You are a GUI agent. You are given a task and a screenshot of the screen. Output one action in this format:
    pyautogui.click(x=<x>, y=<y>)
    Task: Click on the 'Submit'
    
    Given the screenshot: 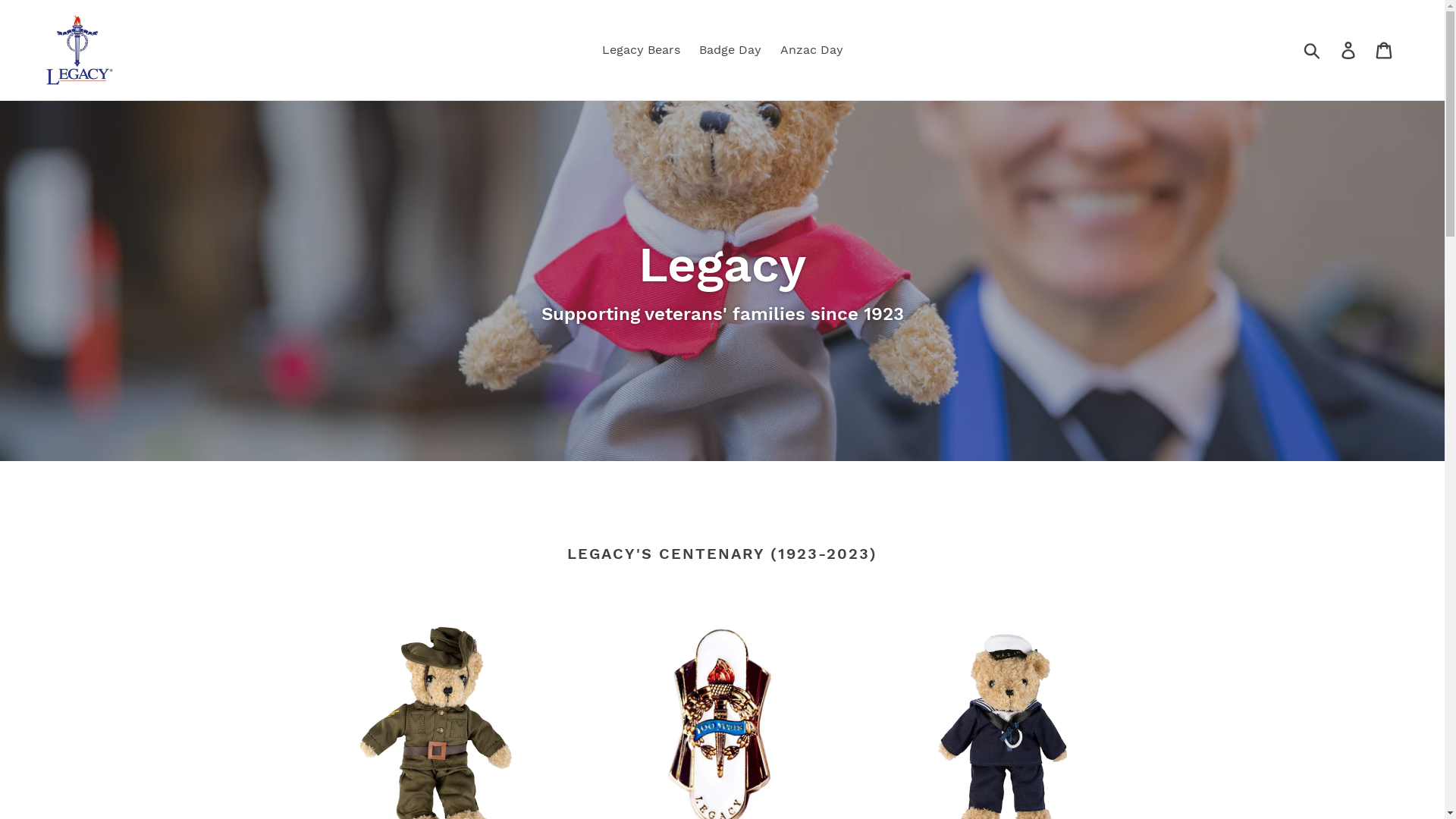 What is the action you would take?
    pyautogui.click(x=1312, y=49)
    